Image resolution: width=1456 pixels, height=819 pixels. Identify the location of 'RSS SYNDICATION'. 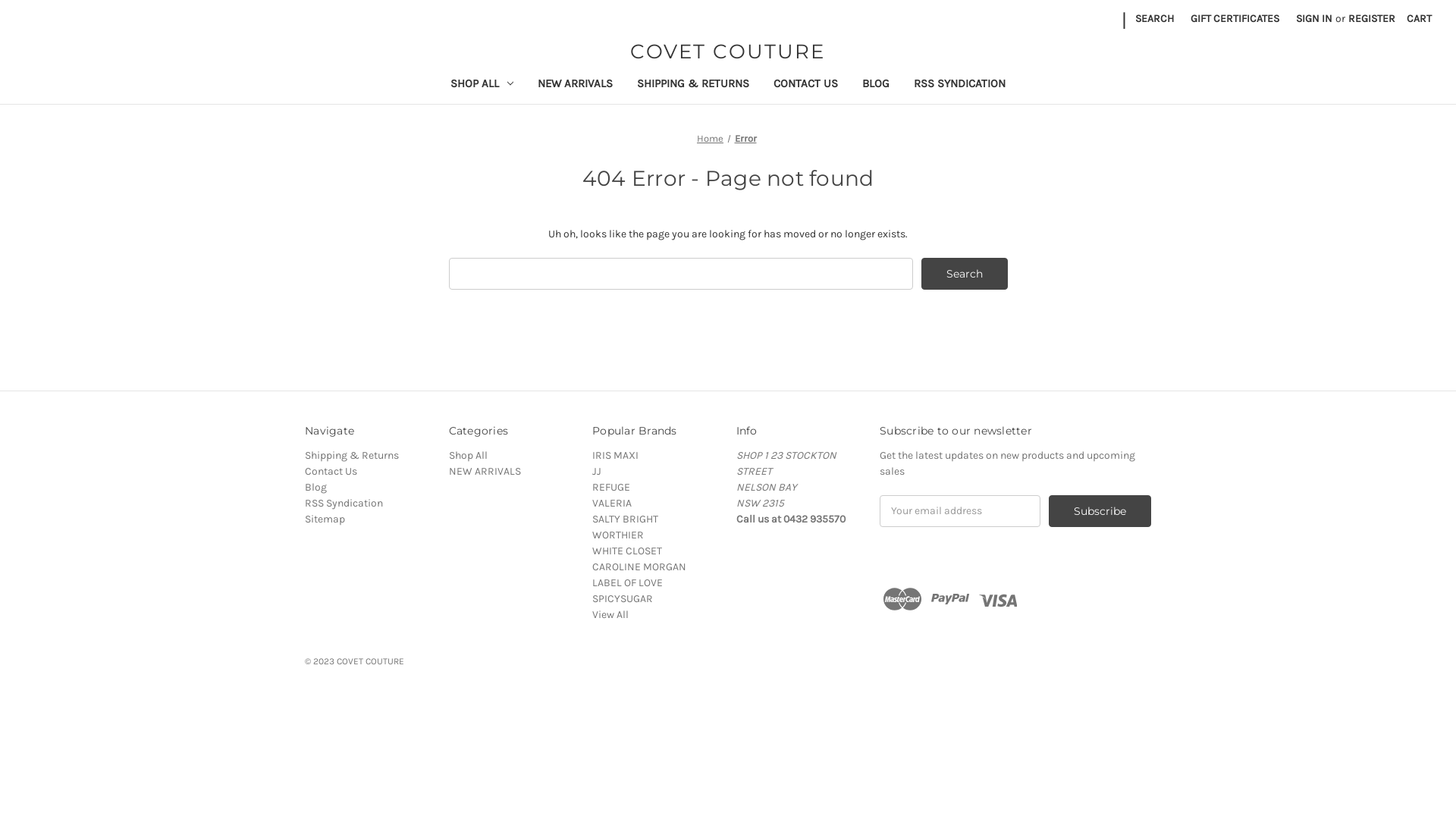
(959, 85).